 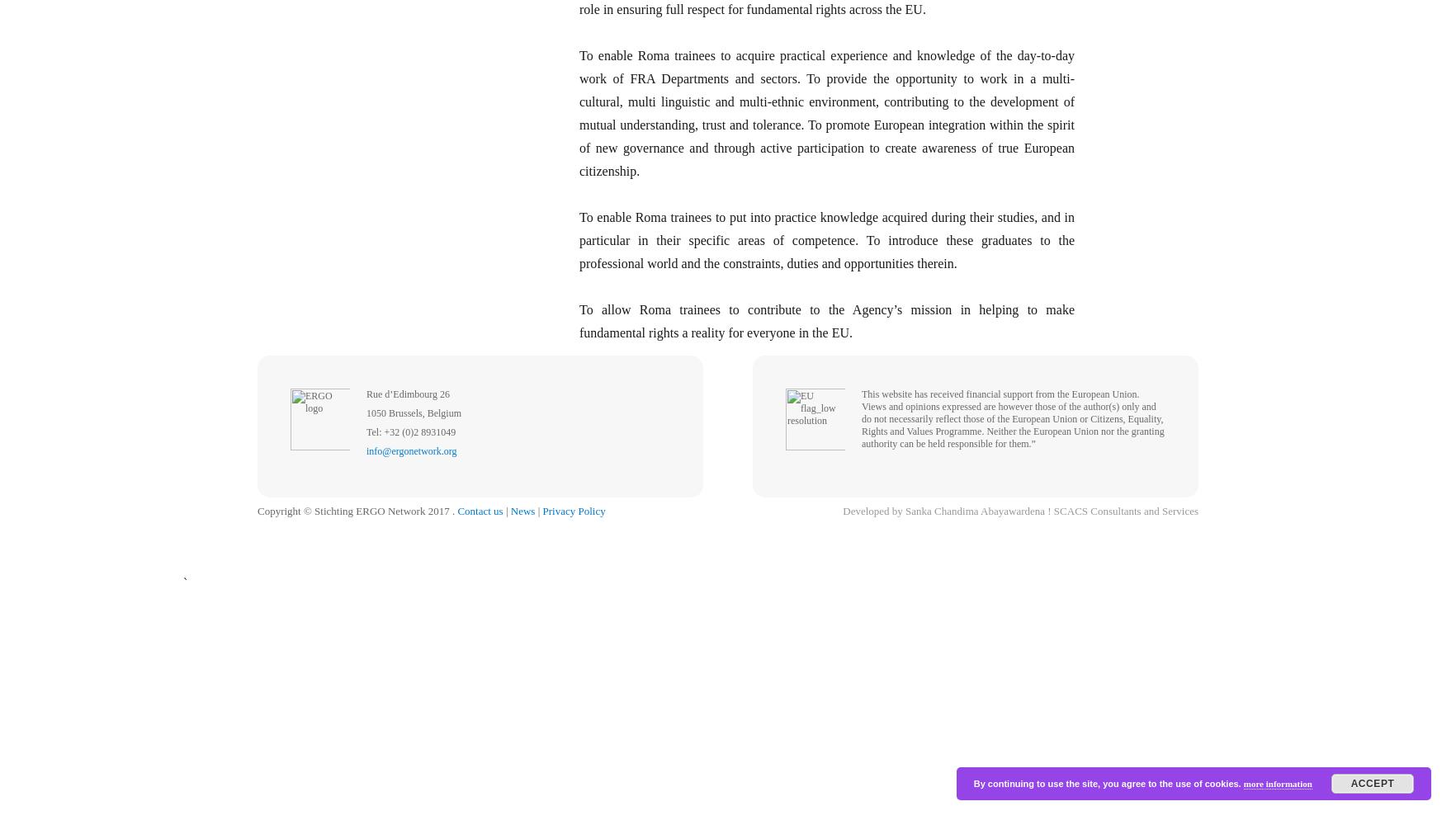 What do you see at coordinates (413, 413) in the screenshot?
I see `'1050 Brussels, Belgium'` at bounding box center [413, 413].